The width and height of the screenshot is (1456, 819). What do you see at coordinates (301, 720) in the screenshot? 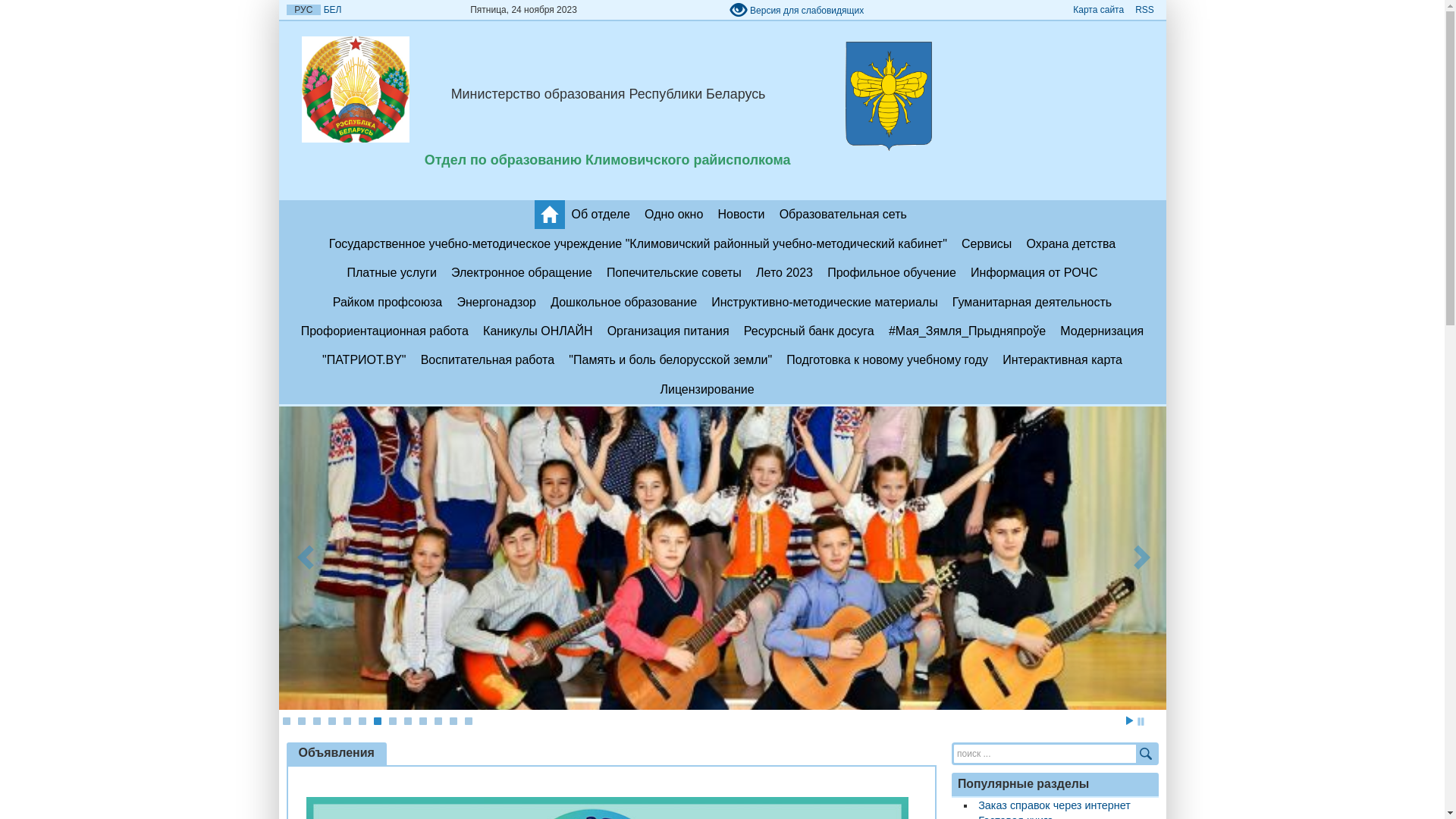
I see `'2'` at bounding box center [301, 720].